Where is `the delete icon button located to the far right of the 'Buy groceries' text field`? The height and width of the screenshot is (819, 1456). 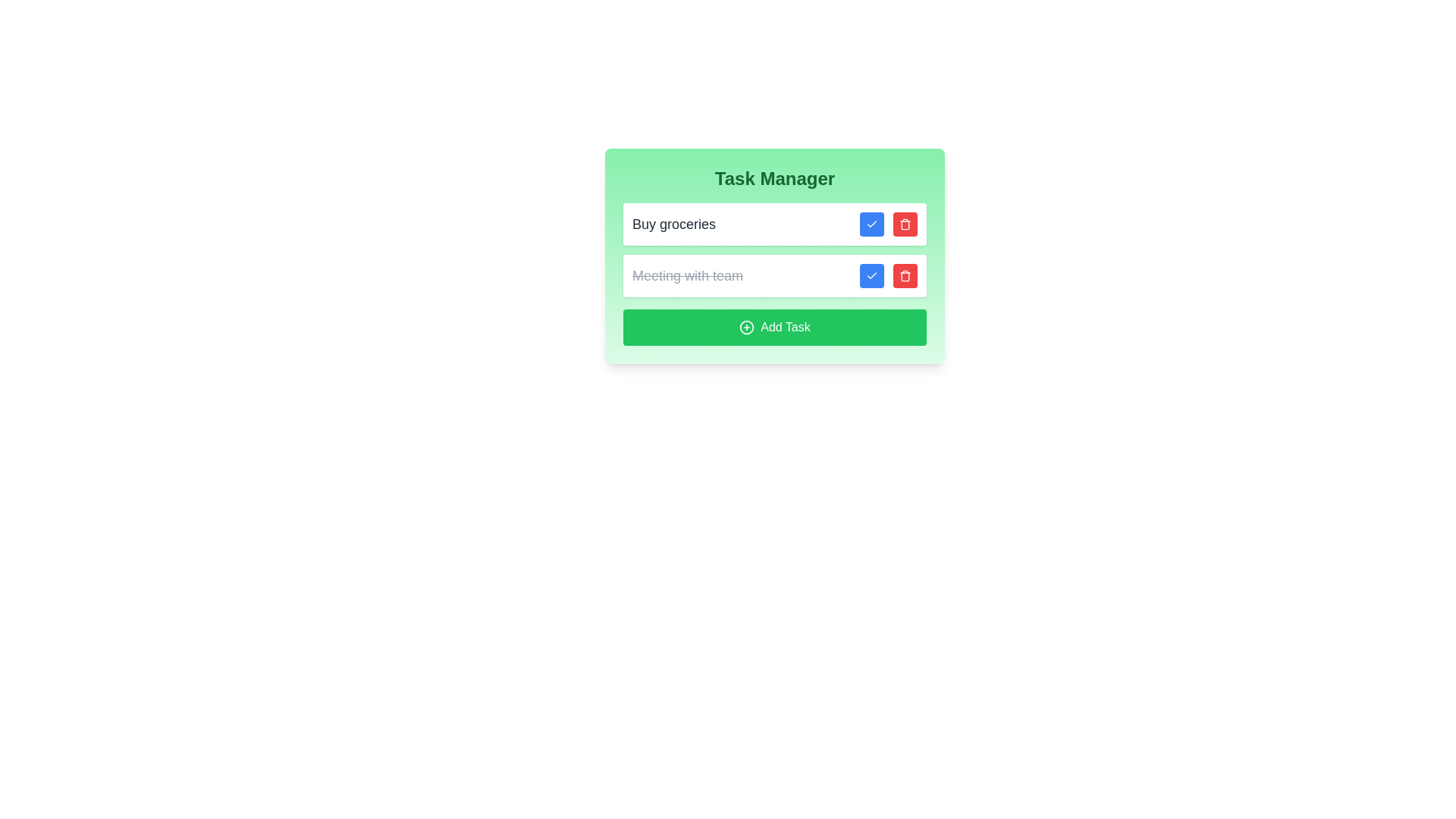 the delete icon button located to the far right of the 'Buy groceries' text field is located at coordinates (905, 224).